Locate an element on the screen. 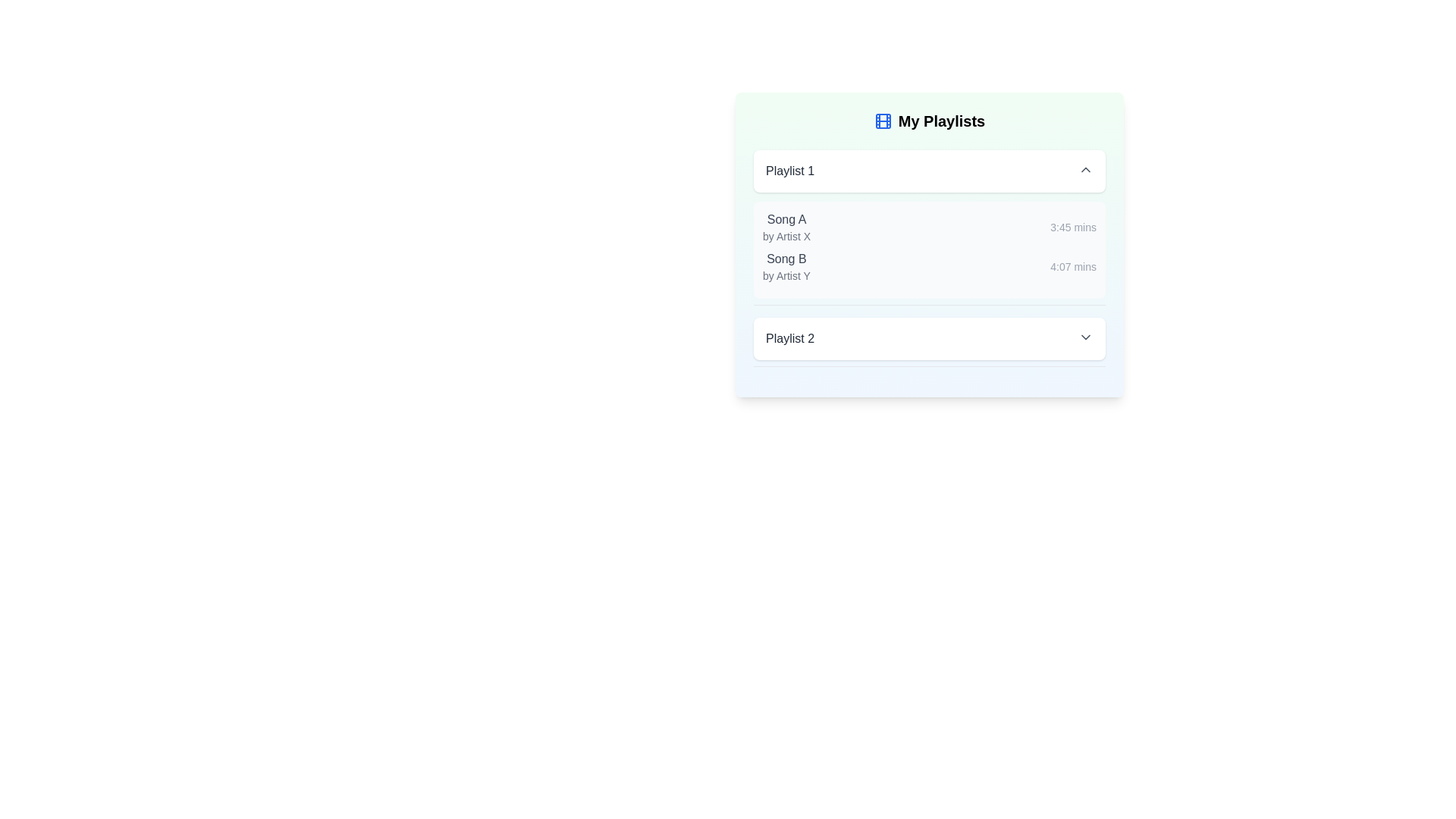 This screenshot has height=819, width=1456. the film reel SVG icon located in the 'My Playlists' section is located at coordinates (883, 120).